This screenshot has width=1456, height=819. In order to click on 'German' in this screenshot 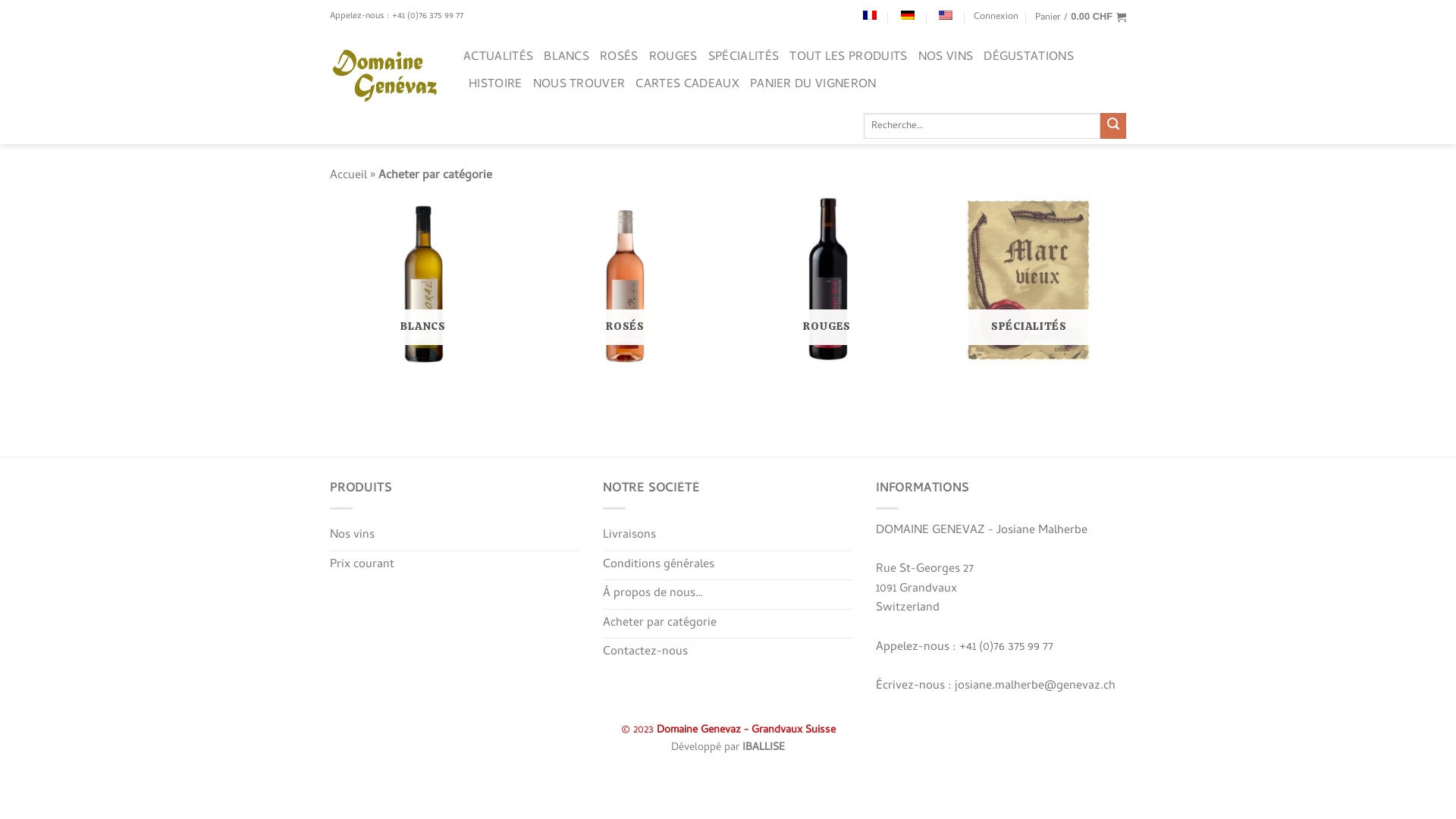, I will do `click(907, 14)`.